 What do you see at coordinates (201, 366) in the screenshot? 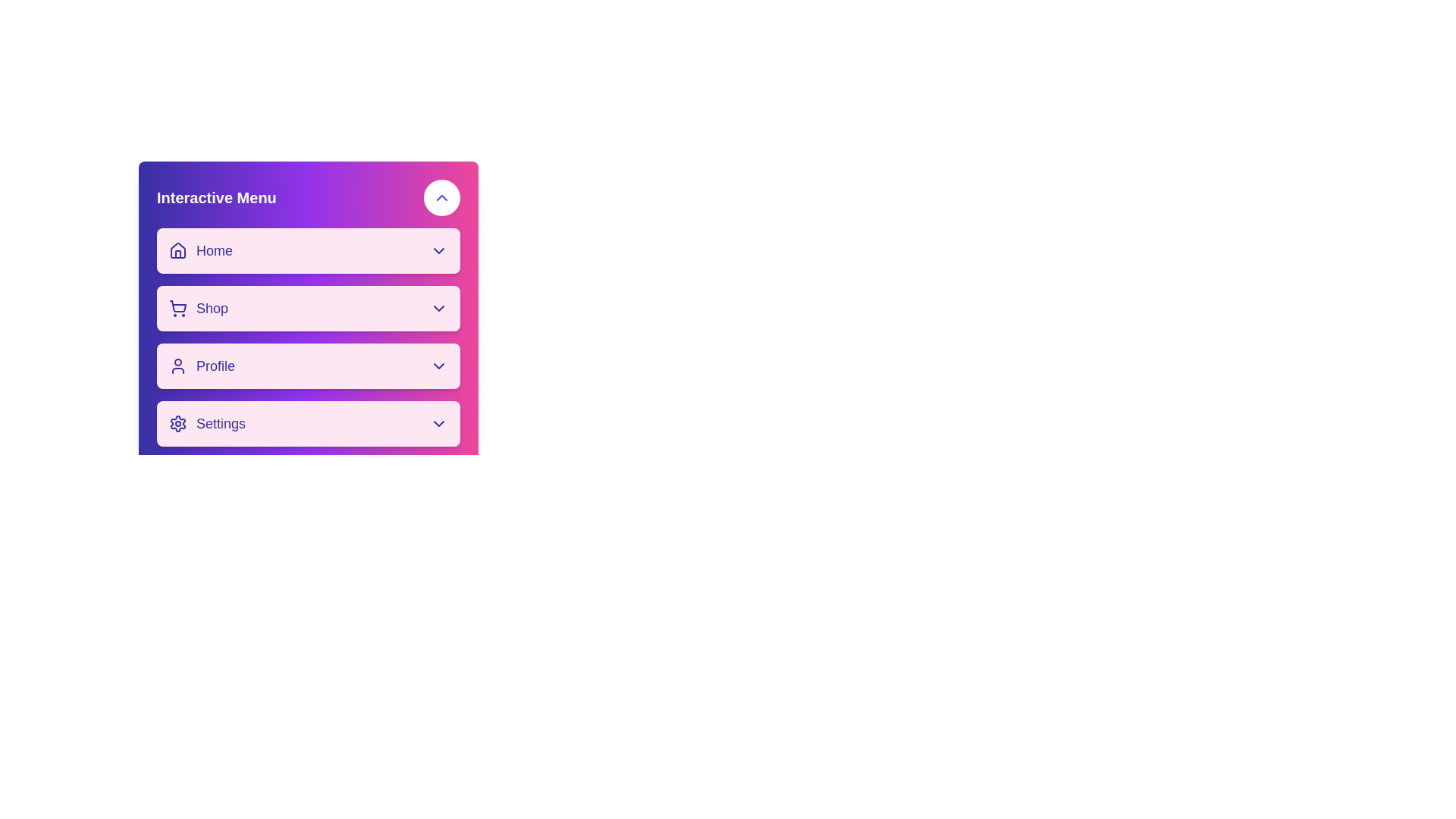
I see `the 'Profile' menu item, which features a user profile icon and is the third option in the vertical menu list, located between 'Shop' and 'Settings'` at bounding box center [201, 366].